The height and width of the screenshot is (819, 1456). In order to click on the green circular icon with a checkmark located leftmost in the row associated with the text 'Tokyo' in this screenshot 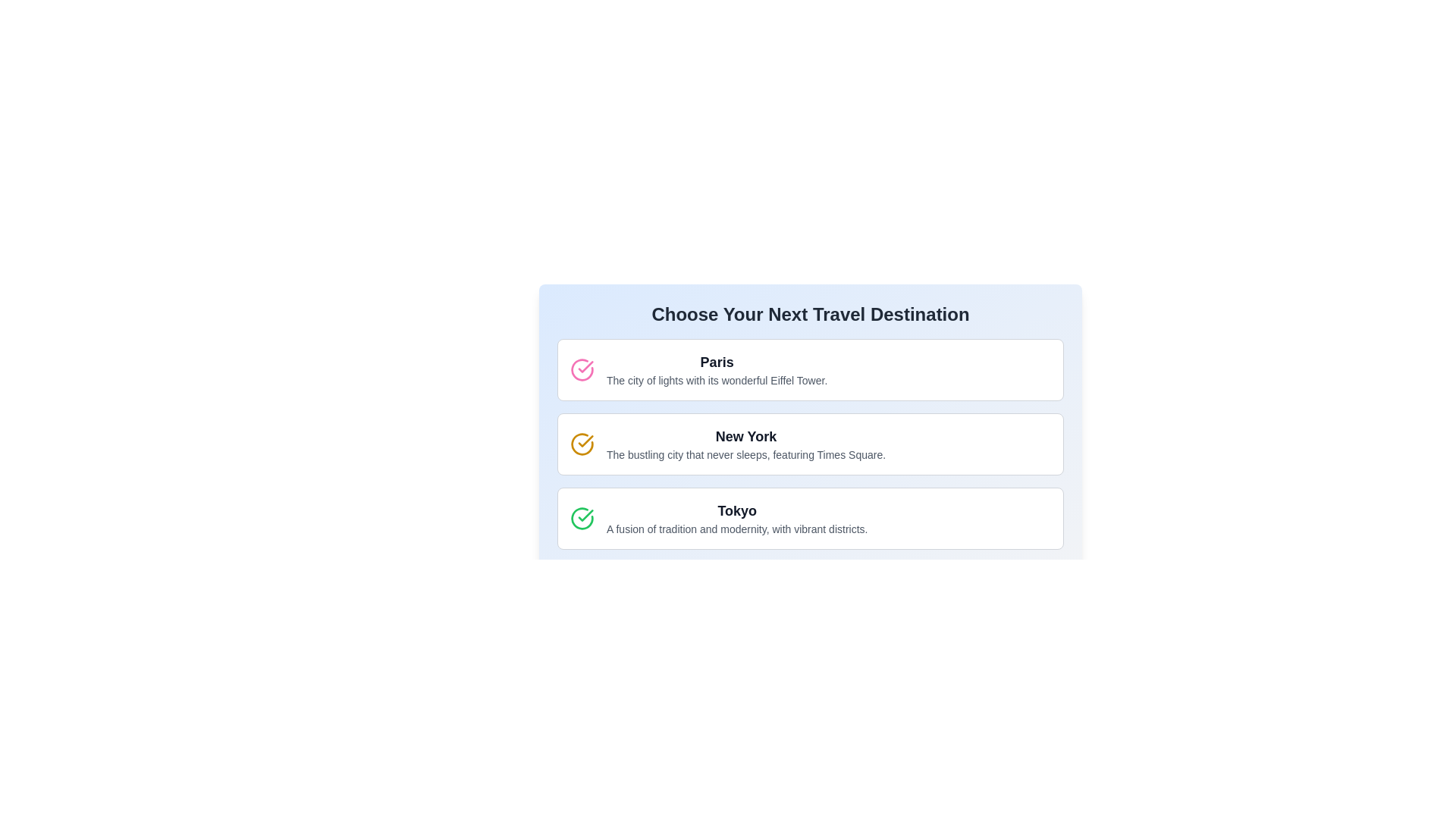, I will do `click(582, 517)`.